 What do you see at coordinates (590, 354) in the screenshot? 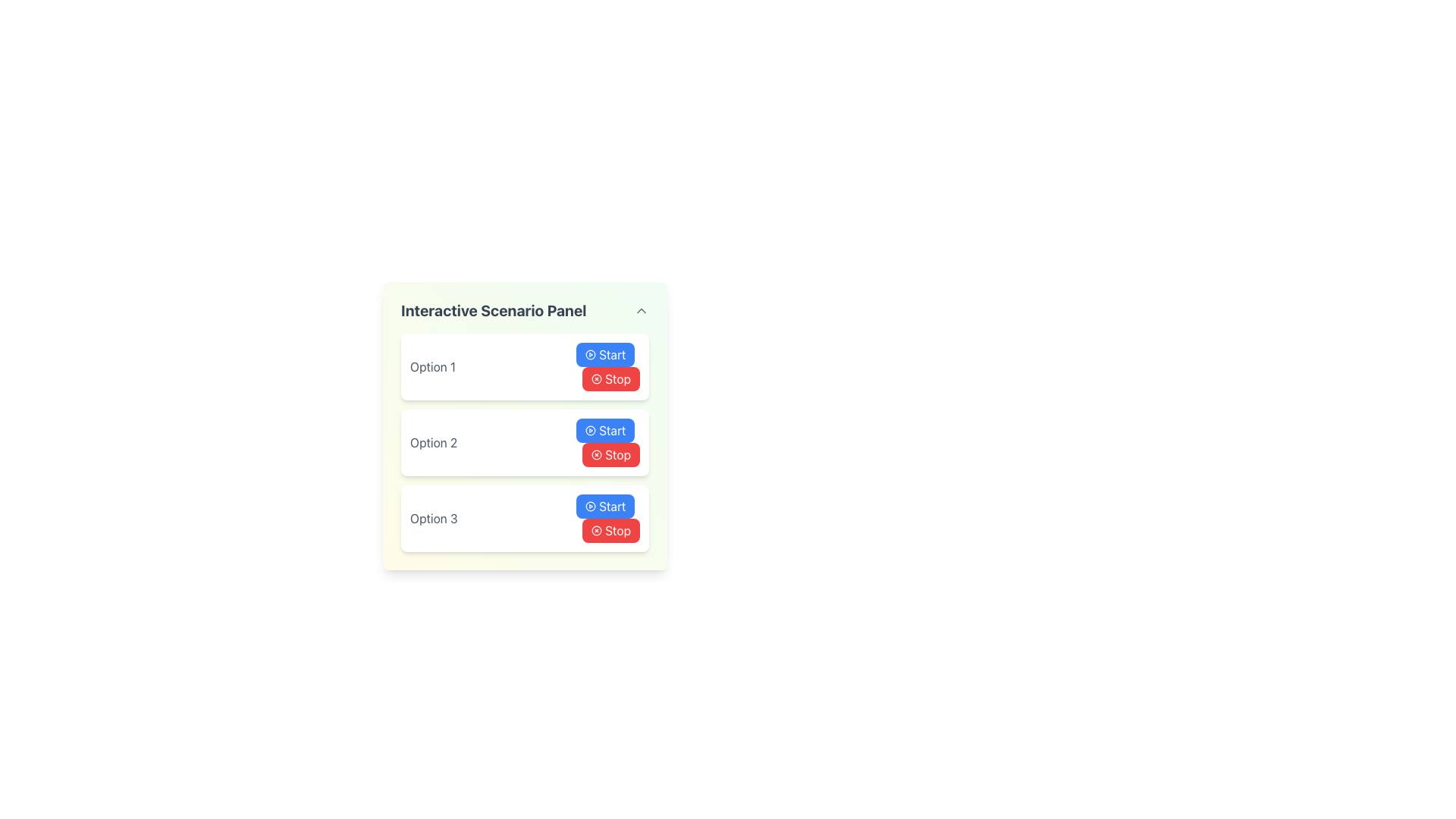
I see `the SVG Circle Element, which is a graphical part of a symbol representing a playback or status action button, located near the top right corner of the interactive option labeled as Option 1` at bounding box center [590, 354].